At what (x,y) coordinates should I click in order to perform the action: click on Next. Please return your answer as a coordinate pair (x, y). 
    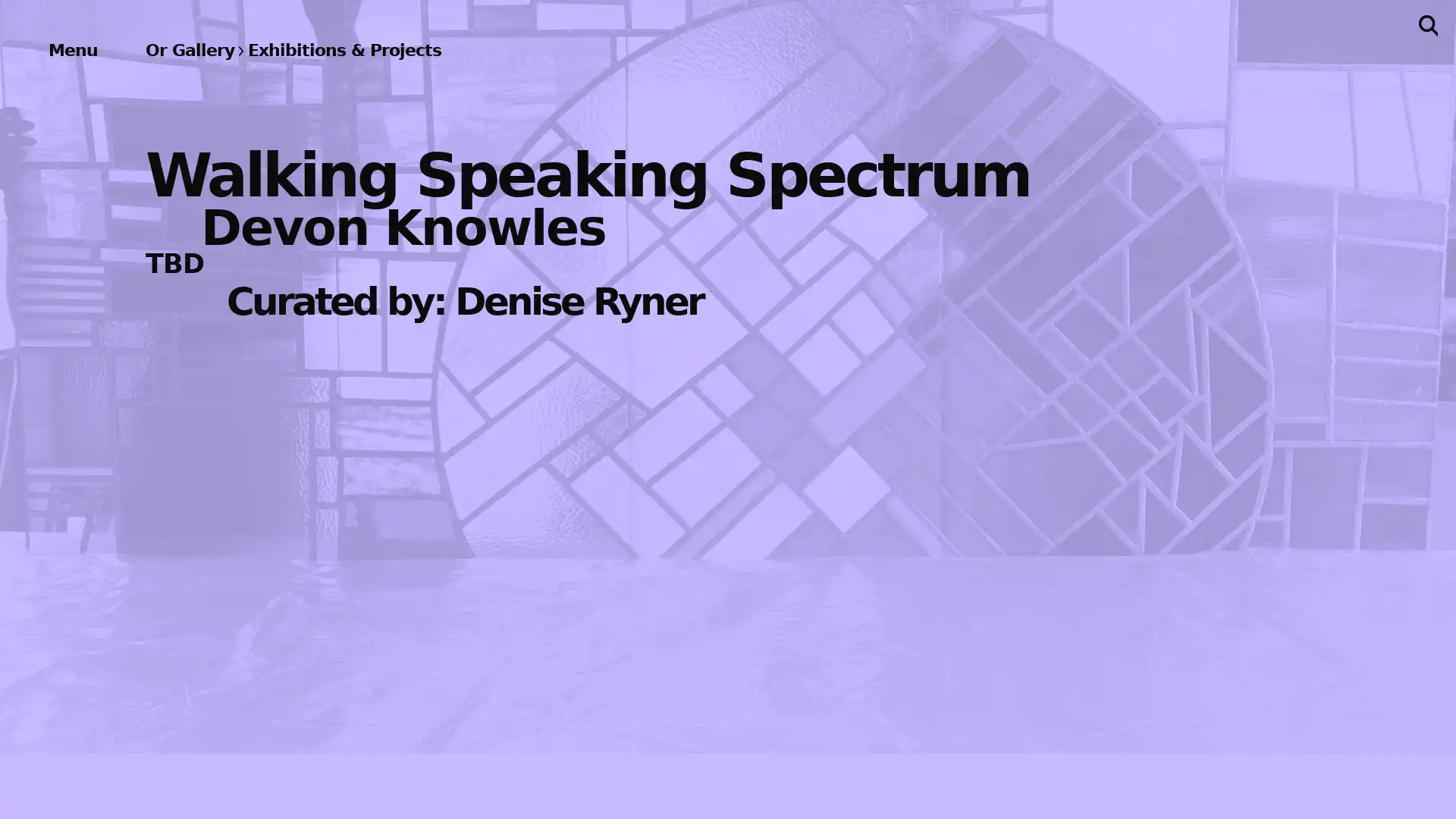
    Looking at the image, I should click on (1019, 408).